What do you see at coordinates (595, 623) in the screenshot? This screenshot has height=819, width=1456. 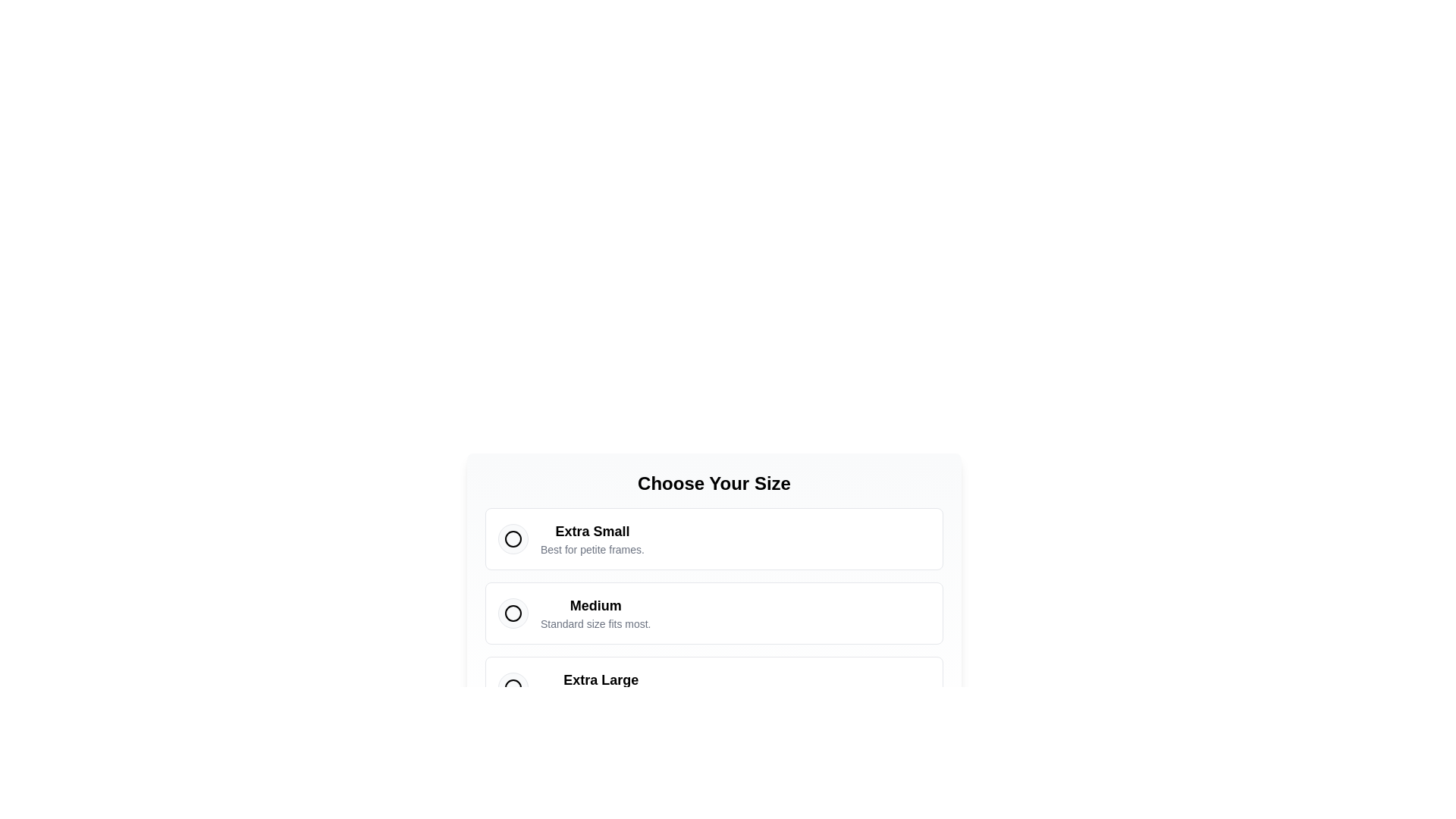 I see `the static text that provides descriptive information about the 'Medium' size selection, located directly below the bolded 'Medium' label` at bounding box center [595, 623].